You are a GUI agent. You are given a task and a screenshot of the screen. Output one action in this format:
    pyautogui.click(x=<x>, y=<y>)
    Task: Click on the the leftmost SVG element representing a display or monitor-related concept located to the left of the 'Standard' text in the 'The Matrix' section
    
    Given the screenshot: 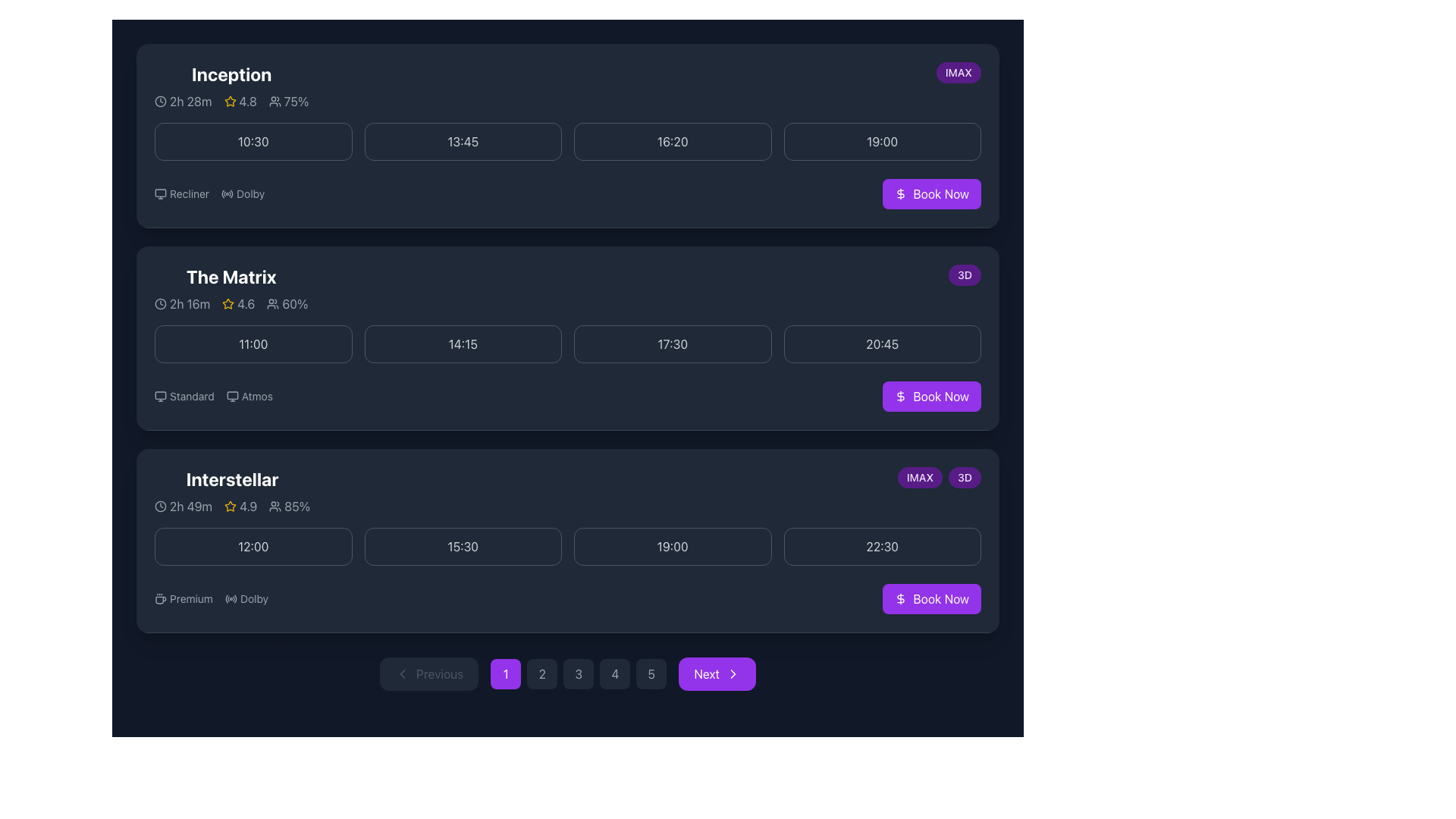 What is the action you would take?
    pyautogui.click(x=160, y=396)
    